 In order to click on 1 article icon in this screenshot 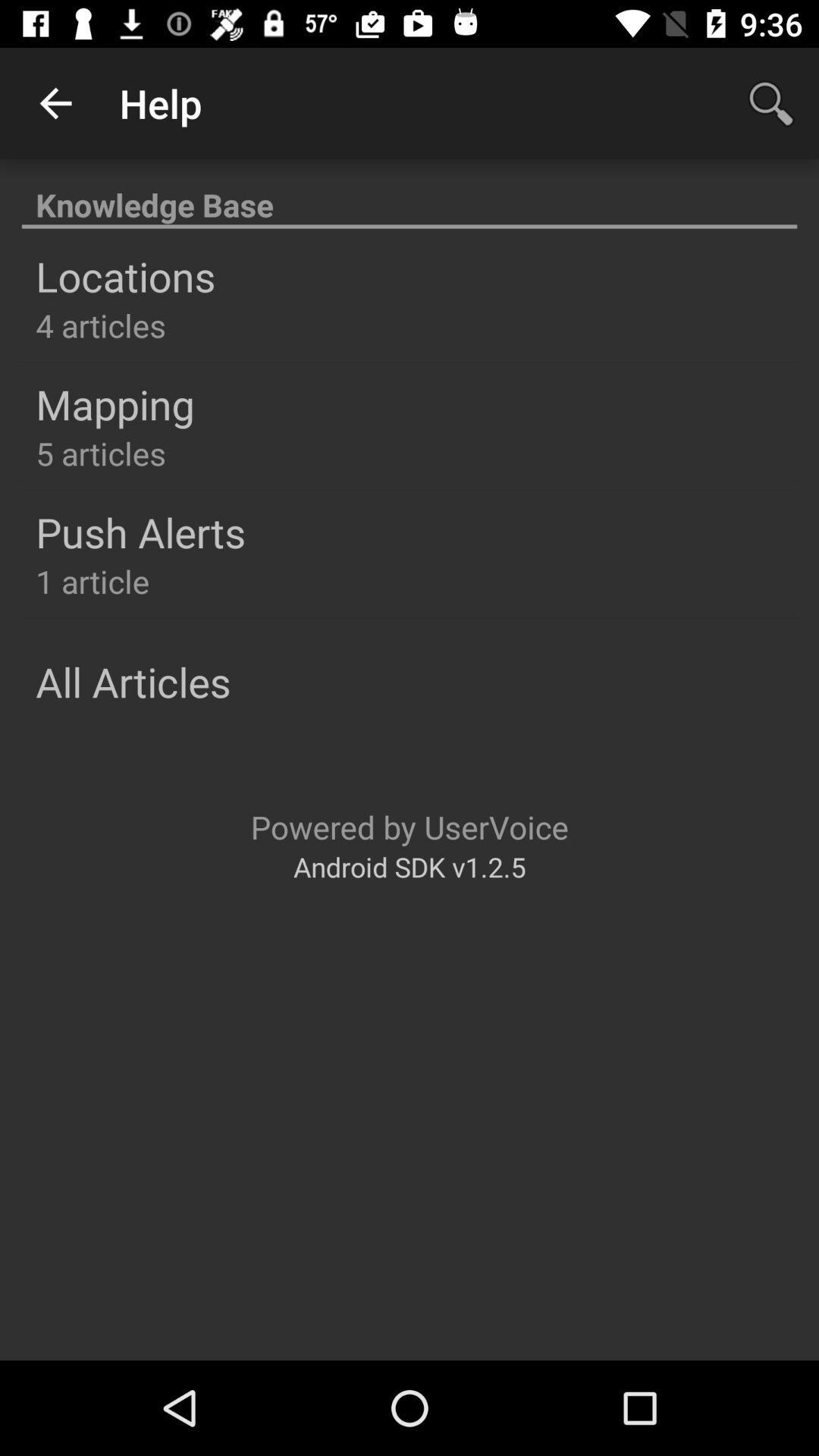, I will do `click(93, 580)`.